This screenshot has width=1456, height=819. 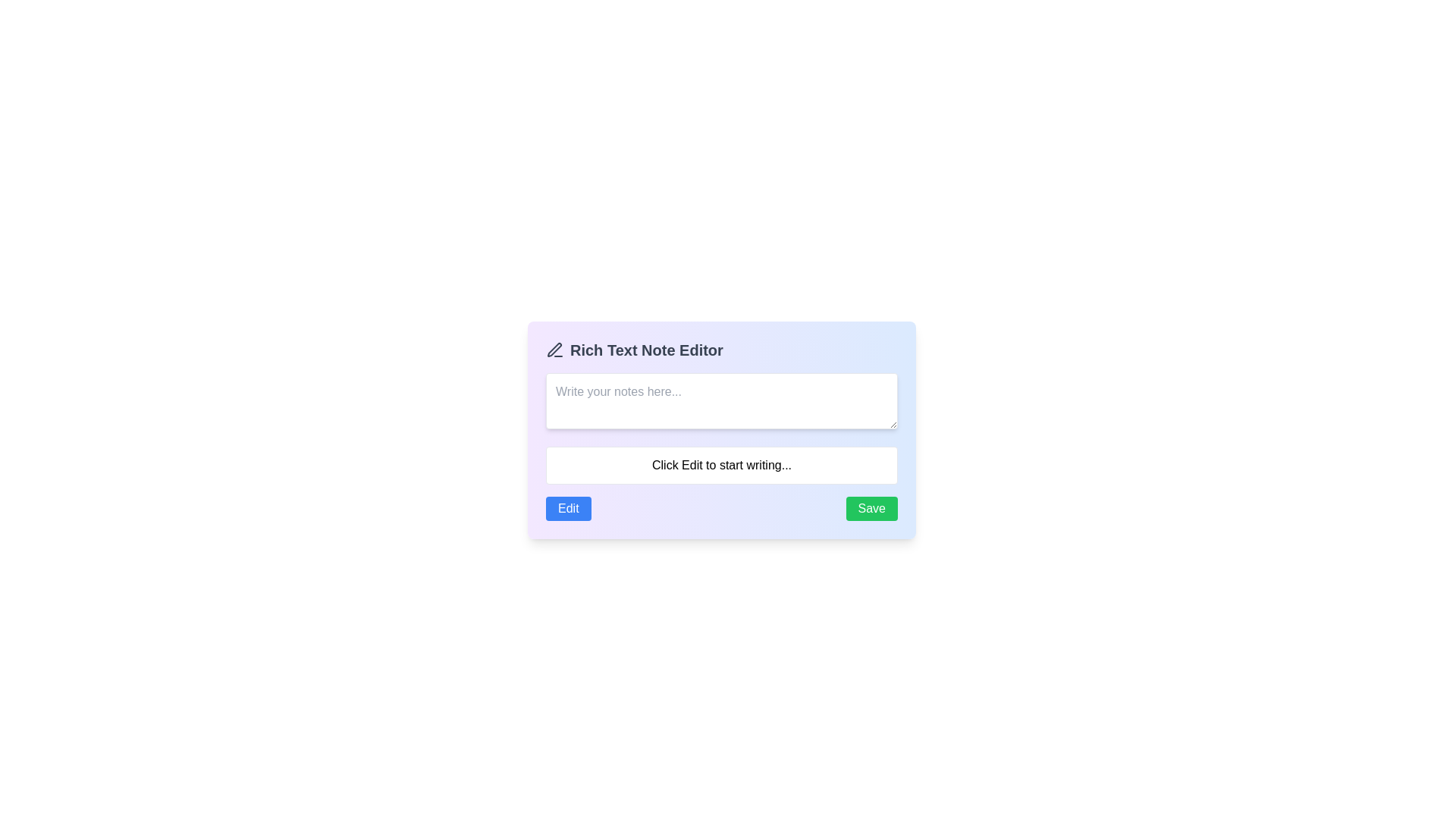 What do you see at coordinates (720, 400) in the screenshot?
I see `the text in the Text Input Field located in the 'Rich Text Note Editor' panel for copying or editing` at bounding box center [720, 400].